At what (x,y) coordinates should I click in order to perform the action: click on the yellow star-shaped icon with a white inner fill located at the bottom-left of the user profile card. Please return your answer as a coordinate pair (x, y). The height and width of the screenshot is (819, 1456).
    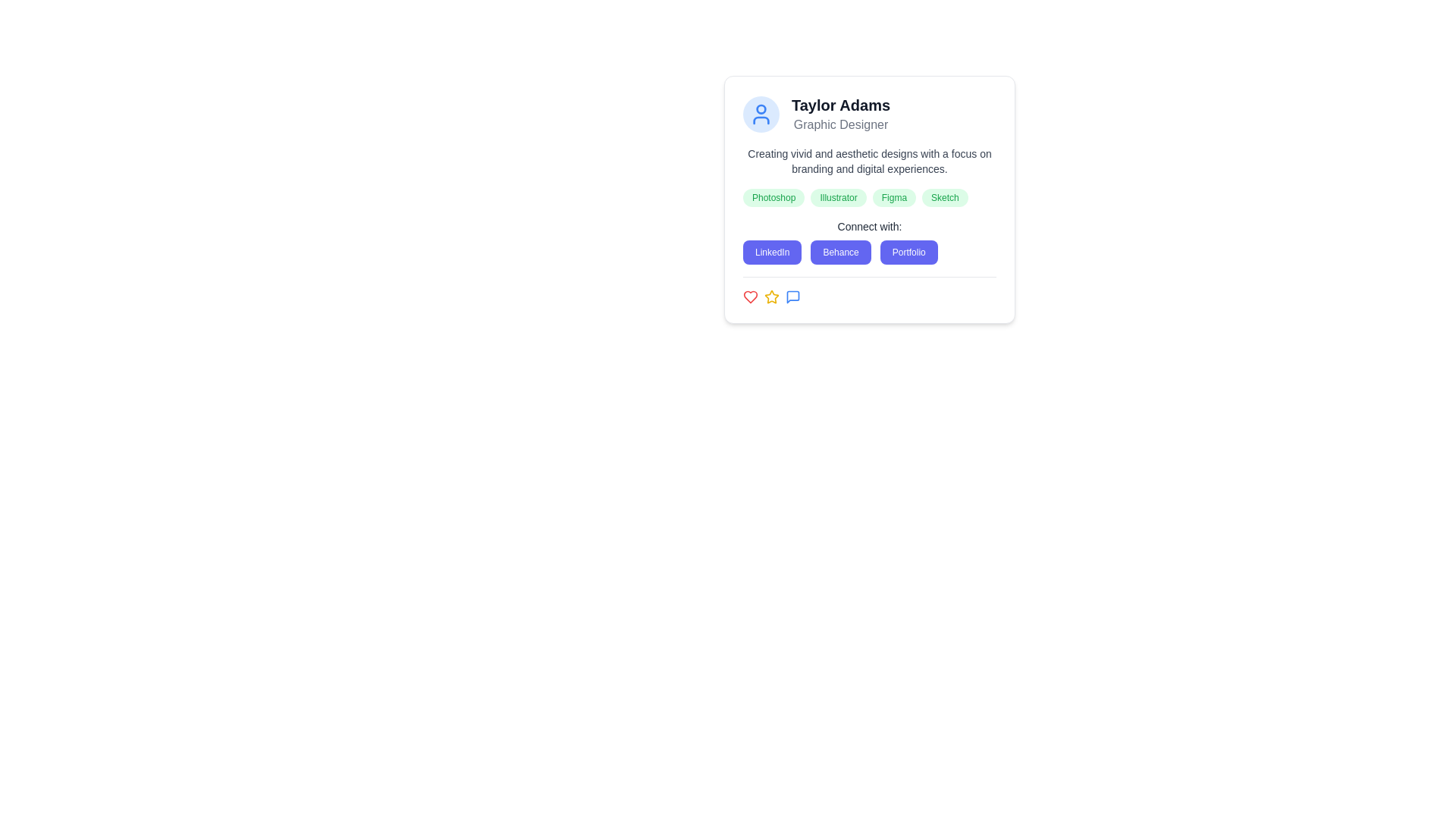
    Looking at the image, I should click on (771, 297).